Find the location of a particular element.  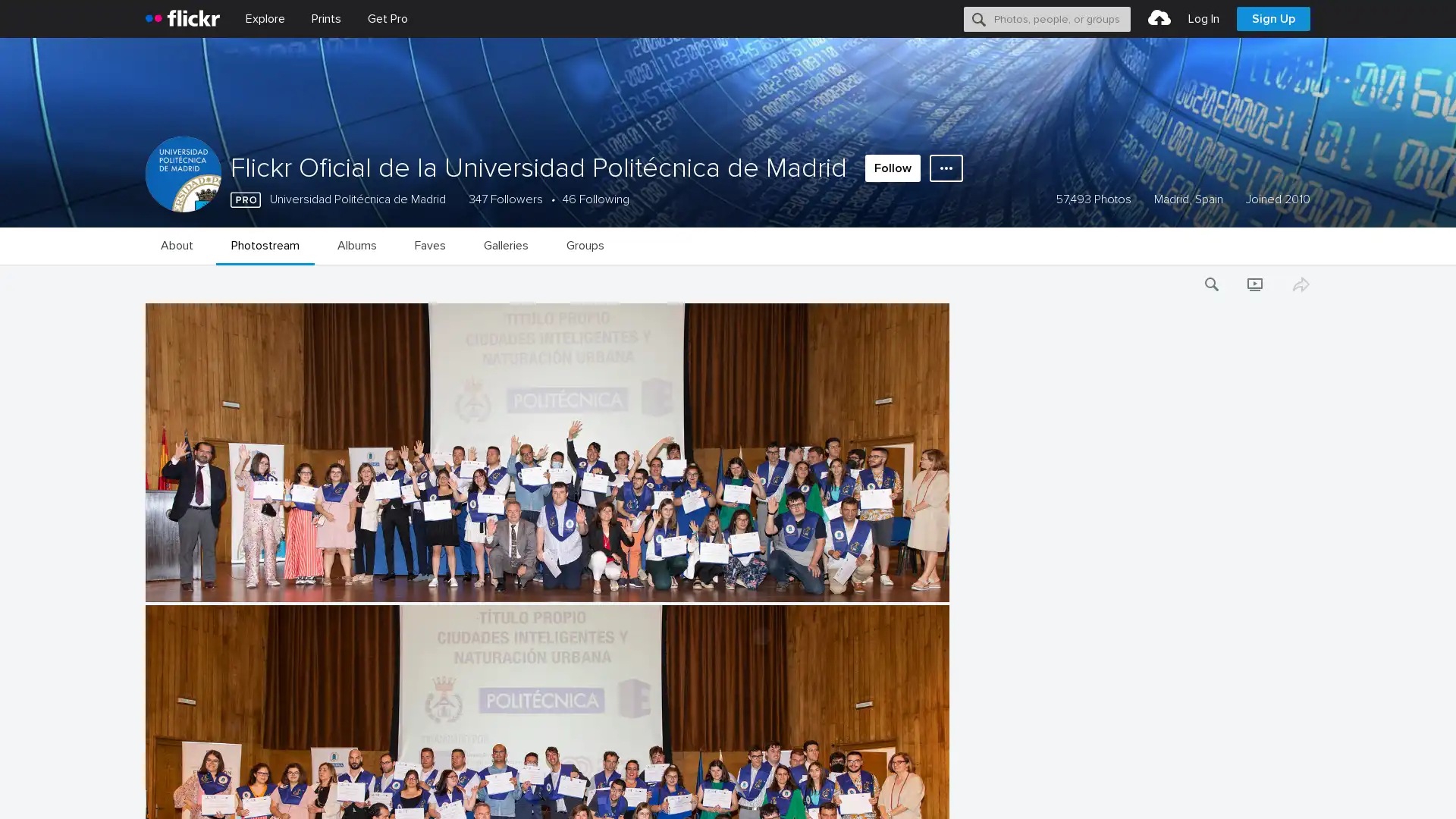

Add to Favorites is located at coordinates (146, 412).